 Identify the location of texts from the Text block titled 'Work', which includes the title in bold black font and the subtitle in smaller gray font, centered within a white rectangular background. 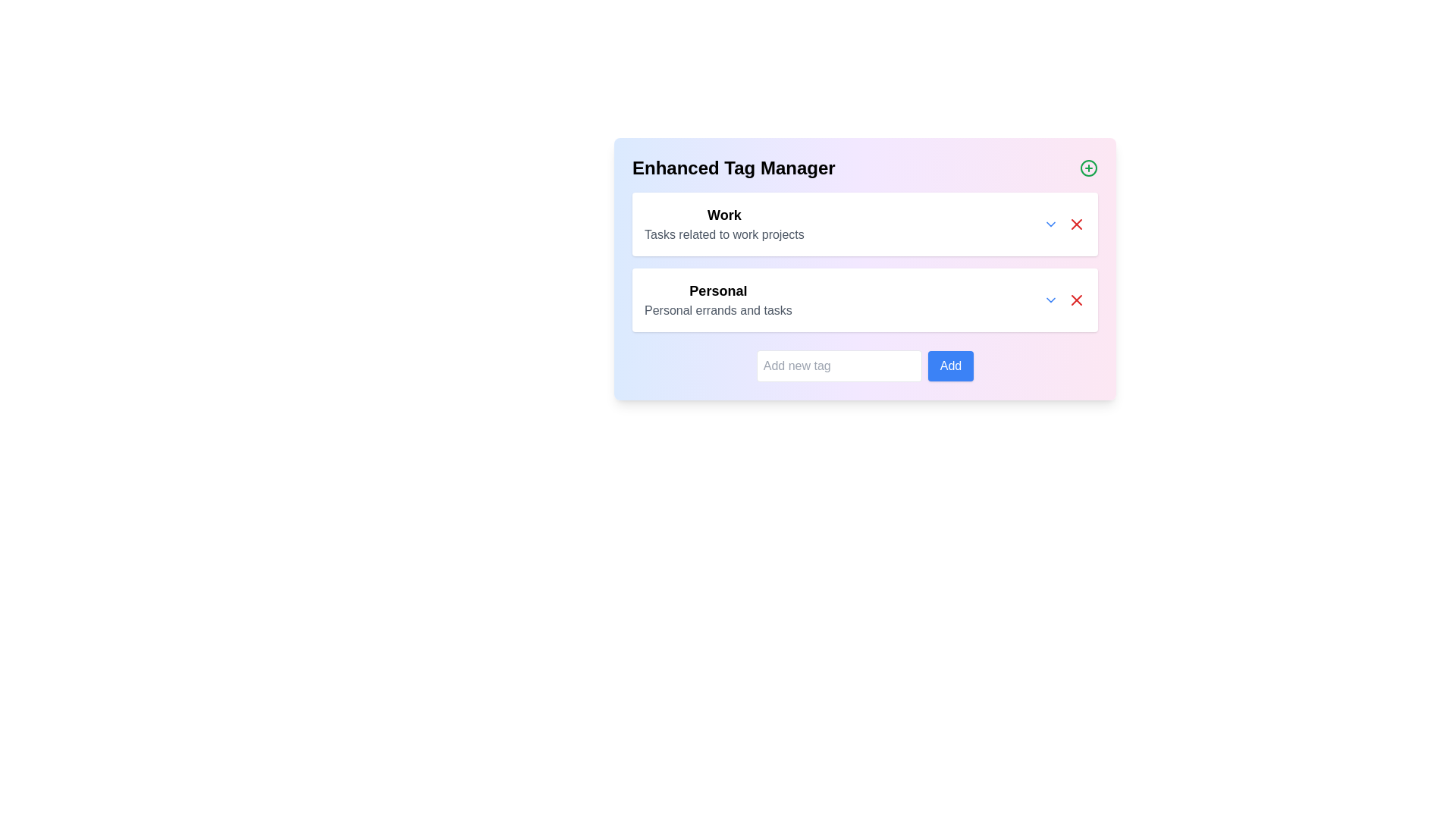
(723, 224).